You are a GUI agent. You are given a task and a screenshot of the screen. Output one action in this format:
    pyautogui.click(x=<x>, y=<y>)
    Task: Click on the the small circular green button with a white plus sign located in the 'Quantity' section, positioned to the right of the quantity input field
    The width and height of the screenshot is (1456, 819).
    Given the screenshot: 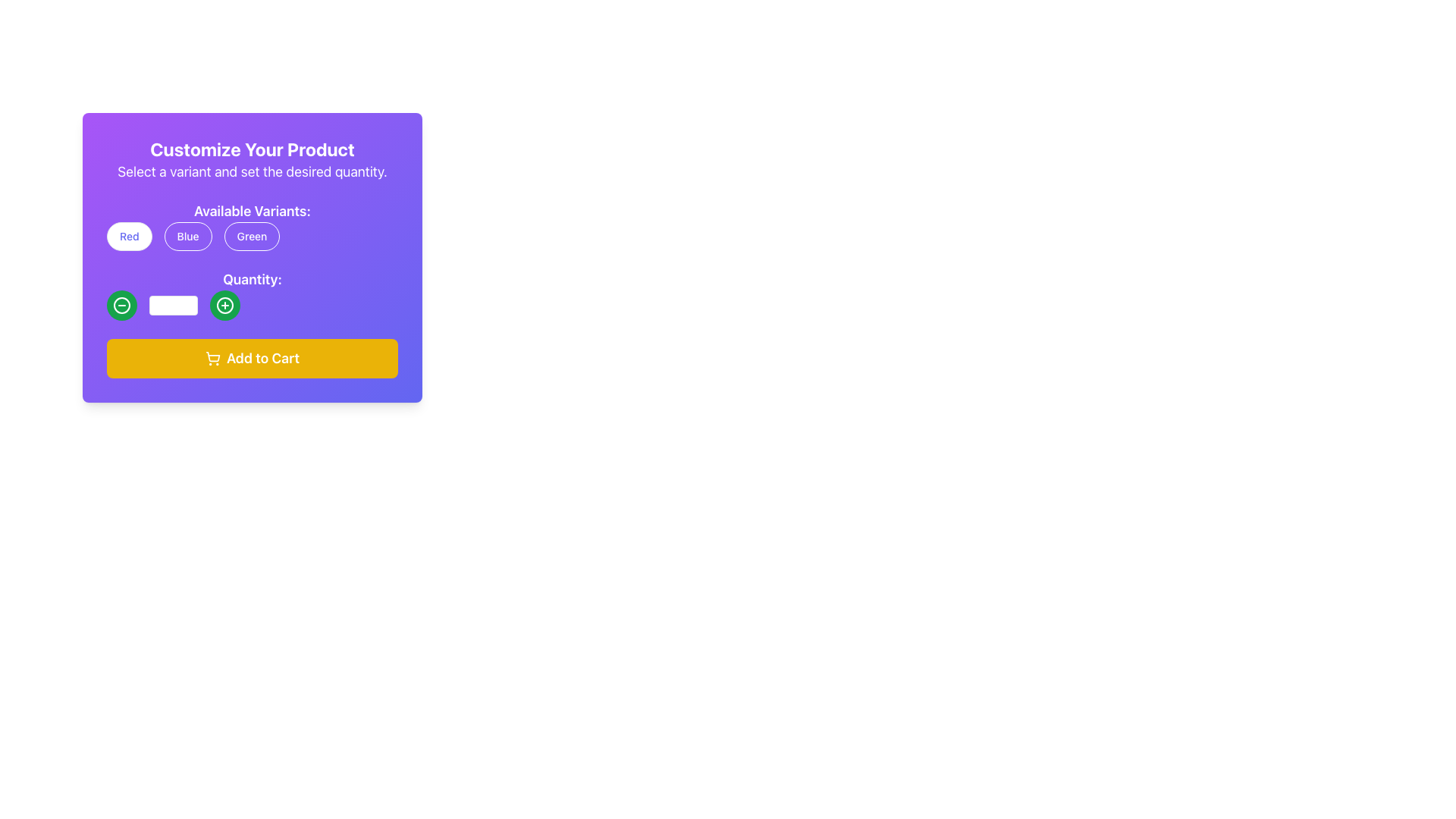 What is the action you would take?
    pyautogui.click(x=224, y=305)
    